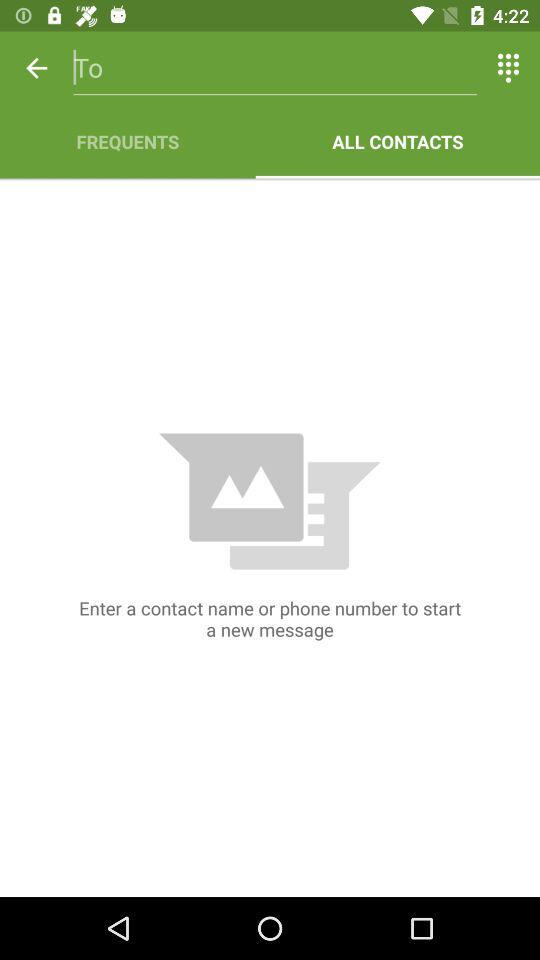 Image resolution: width=540 pixels, height=960 pixels. Describe the element at coordinates (274, 68) in the screenshot. I see `app above frequents` at that location.